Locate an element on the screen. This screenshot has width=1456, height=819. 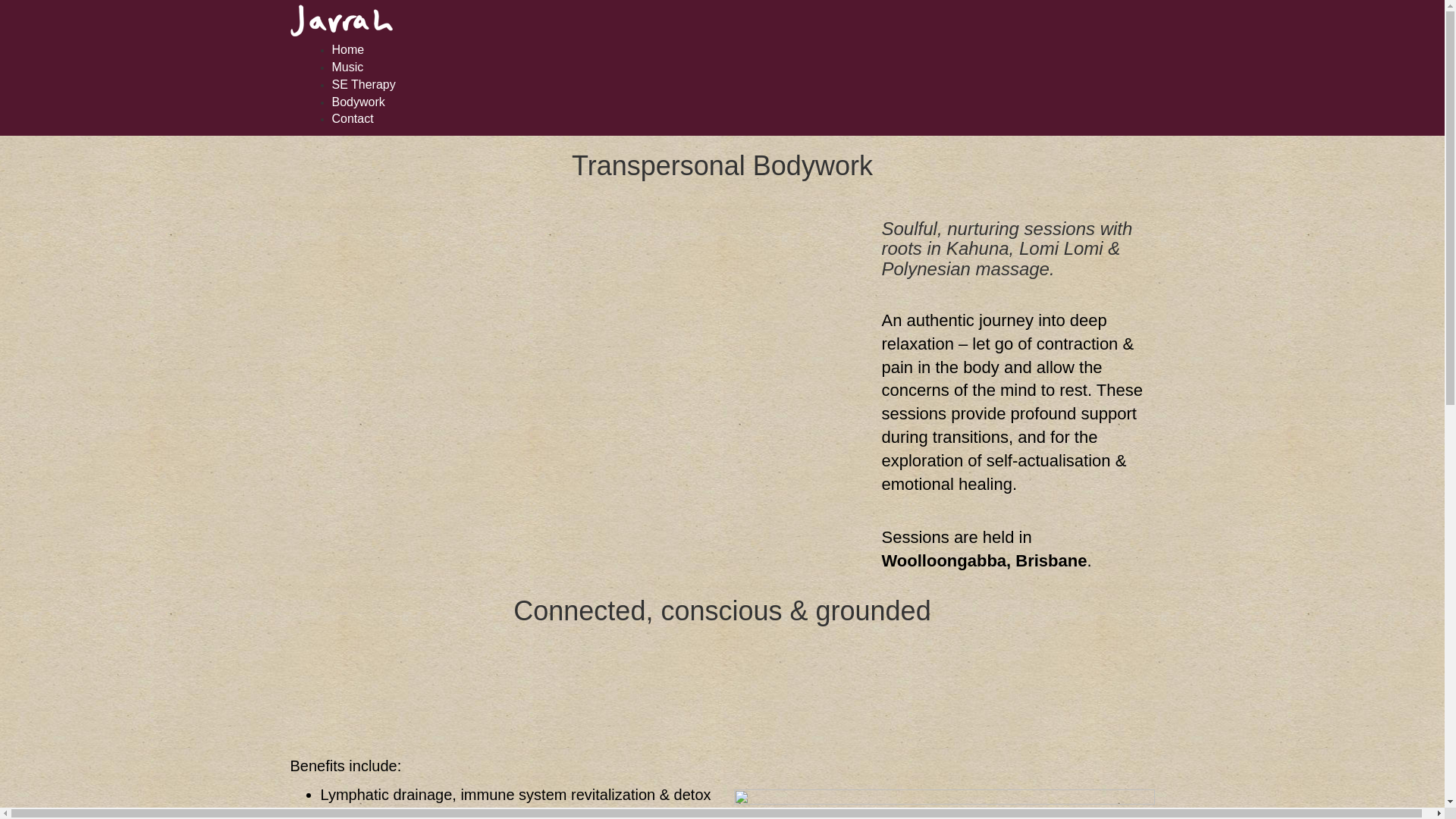
'Bodywork' is located at coordinates (358, 102).